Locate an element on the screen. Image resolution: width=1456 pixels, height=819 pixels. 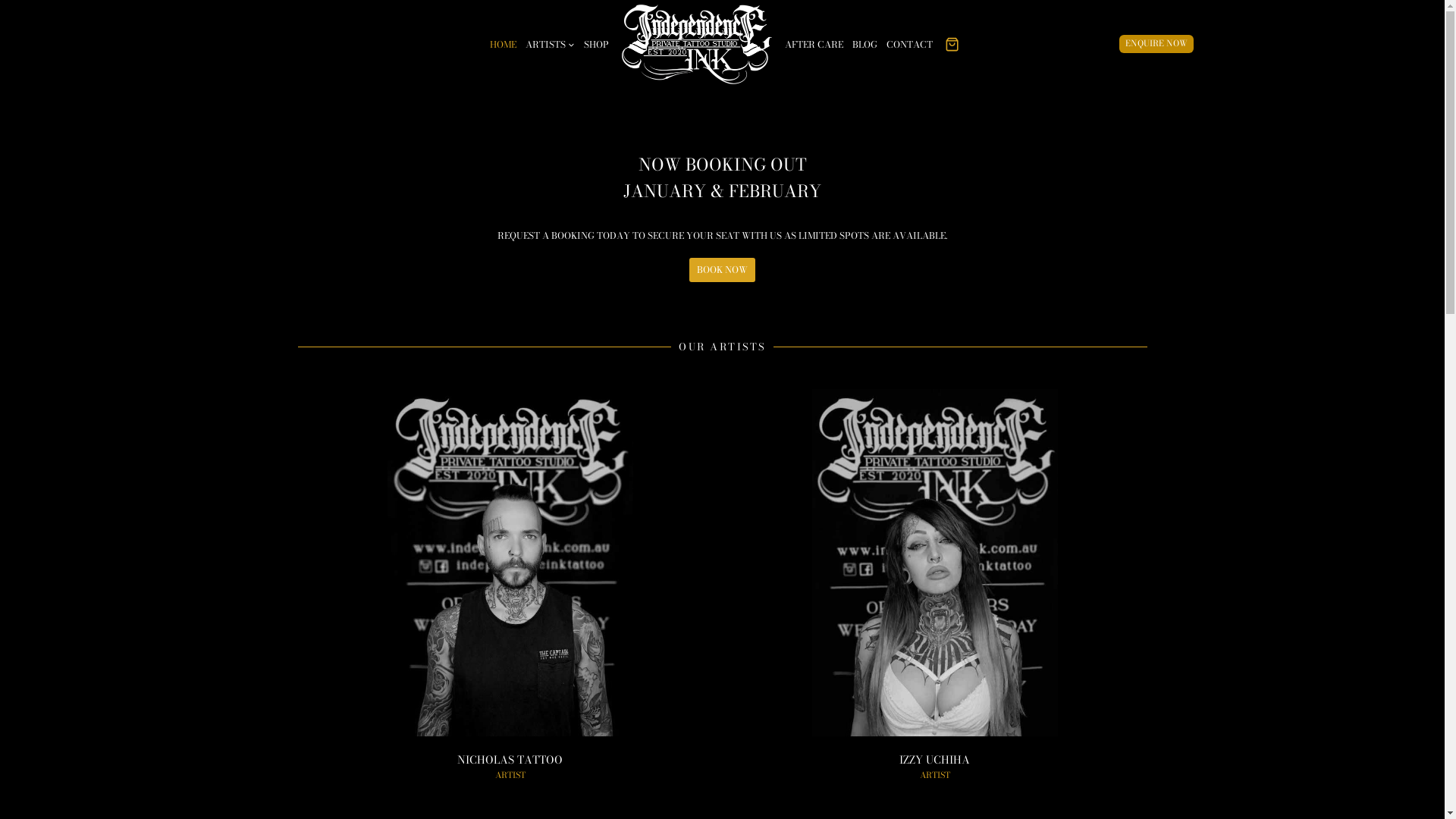
'BOOK NOW' is located at coordinates (721, 268).